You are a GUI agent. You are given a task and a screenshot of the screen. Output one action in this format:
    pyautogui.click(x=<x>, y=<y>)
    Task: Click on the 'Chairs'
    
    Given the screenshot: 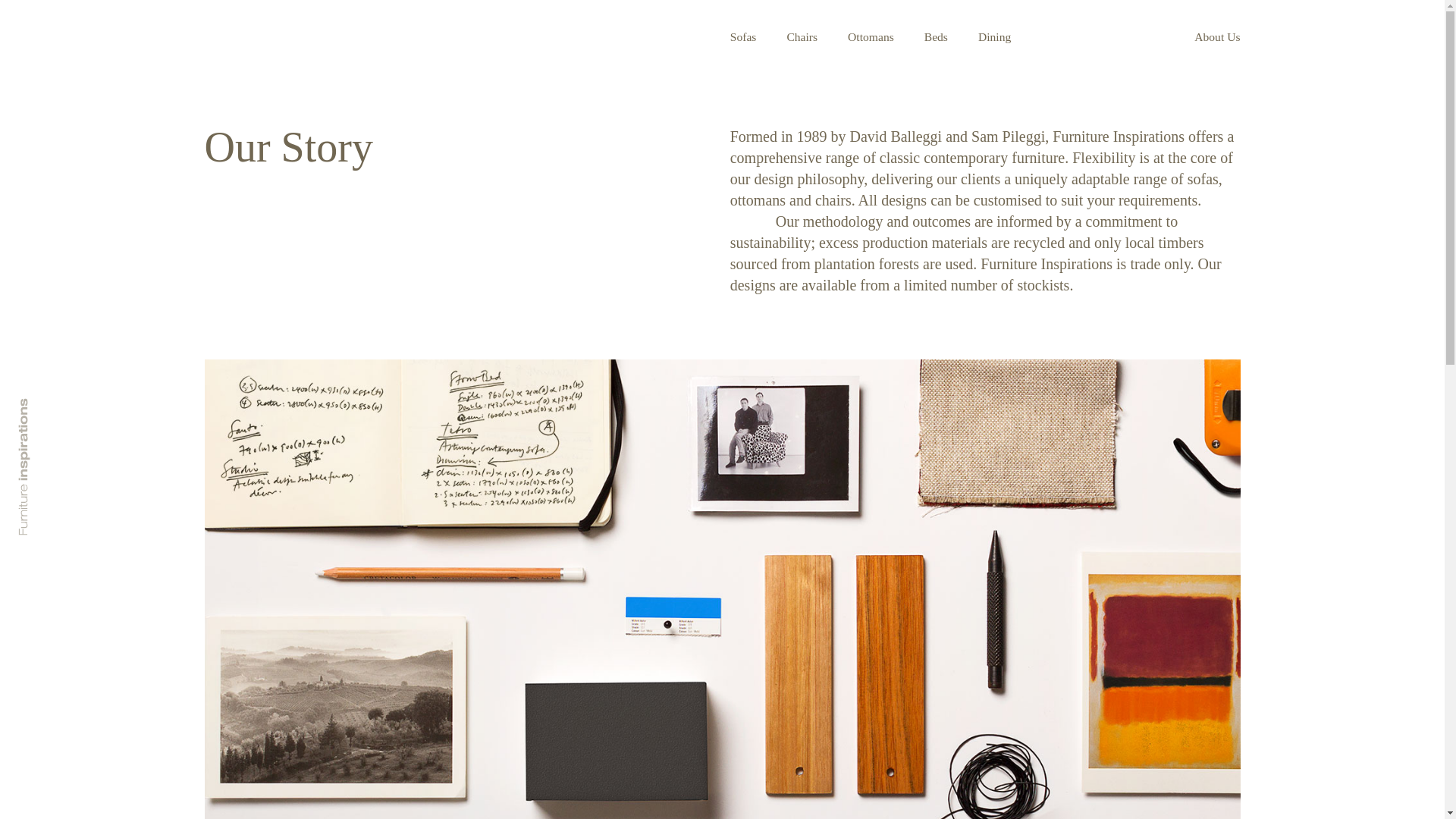 What is the action you would take?
    pyautogui.click(x=801, y=36)
    